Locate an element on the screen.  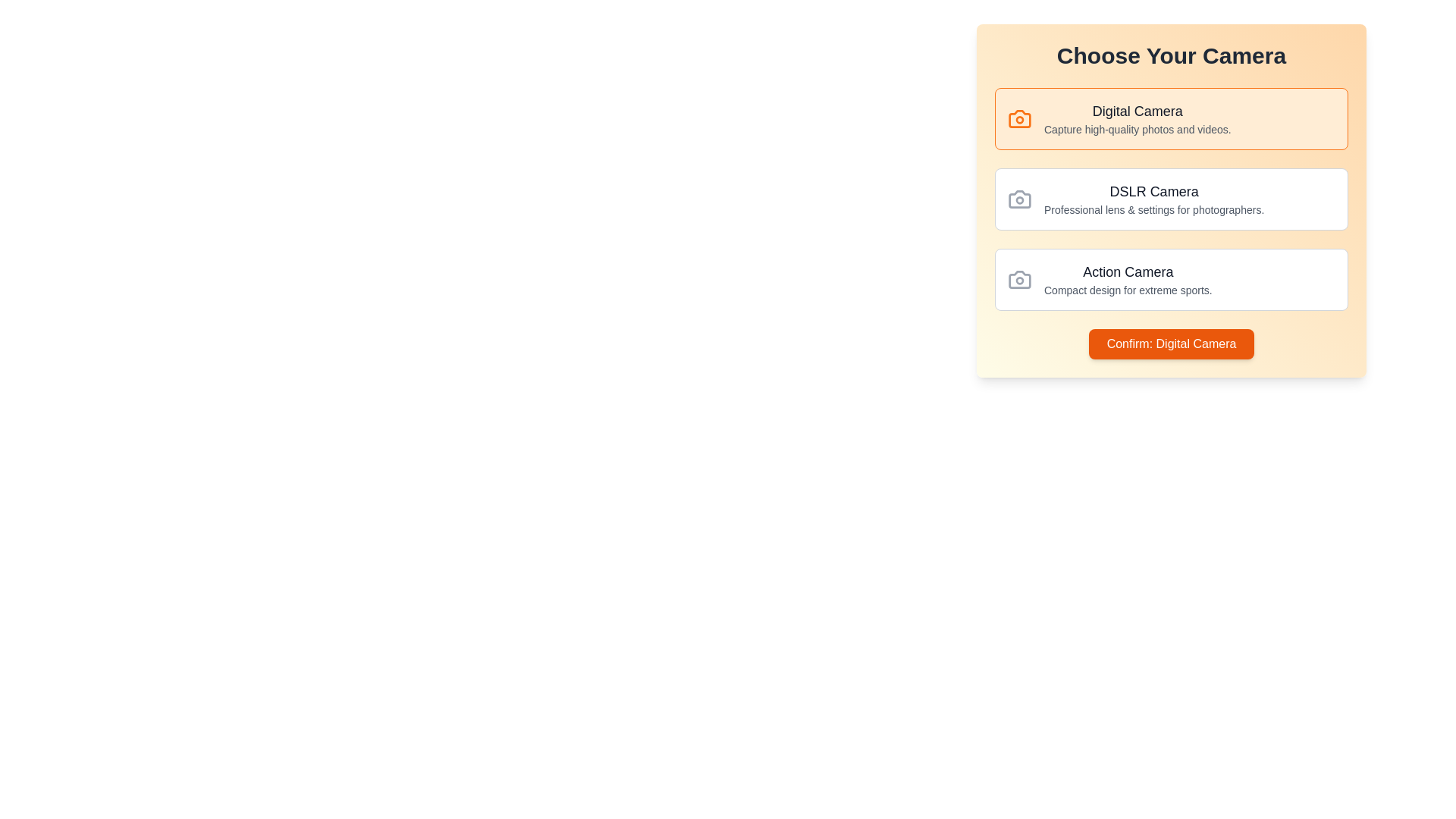
the 'Confirm: Digital Camera' button, which is a horizontally elongated rectangular button with a bold orange background and white text, located at the center of the panel under 'Choose Your Camera.' is located at coordinates (1171, 344).